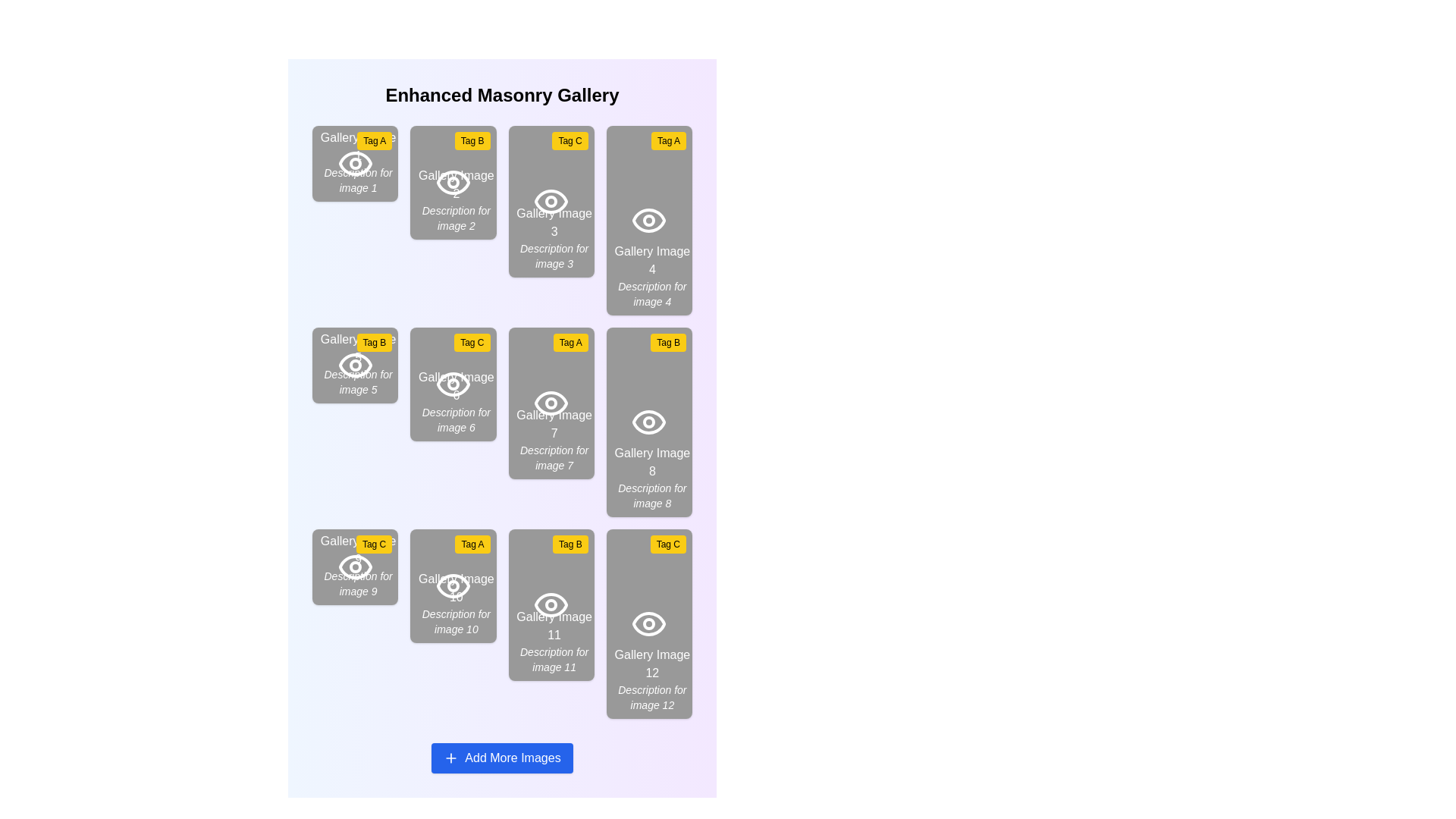 The height and width of the screenshot is (819, 1456). I want to click on the small circular SVG element representing the eye icon located in the twelfth tile of the grid, so click(649, 623).